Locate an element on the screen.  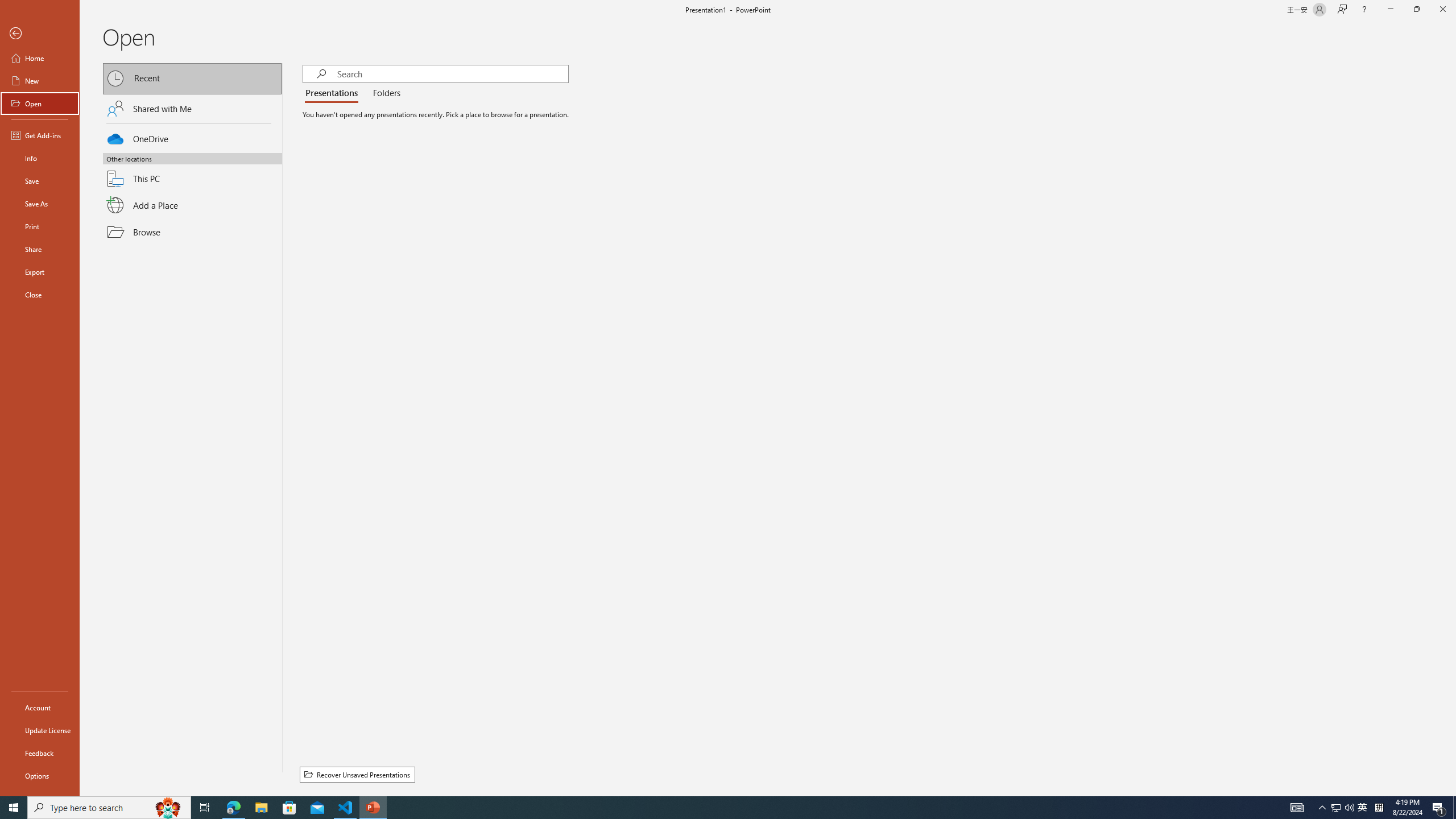
'Get Add-ins' is located at coordinates (39, 135).